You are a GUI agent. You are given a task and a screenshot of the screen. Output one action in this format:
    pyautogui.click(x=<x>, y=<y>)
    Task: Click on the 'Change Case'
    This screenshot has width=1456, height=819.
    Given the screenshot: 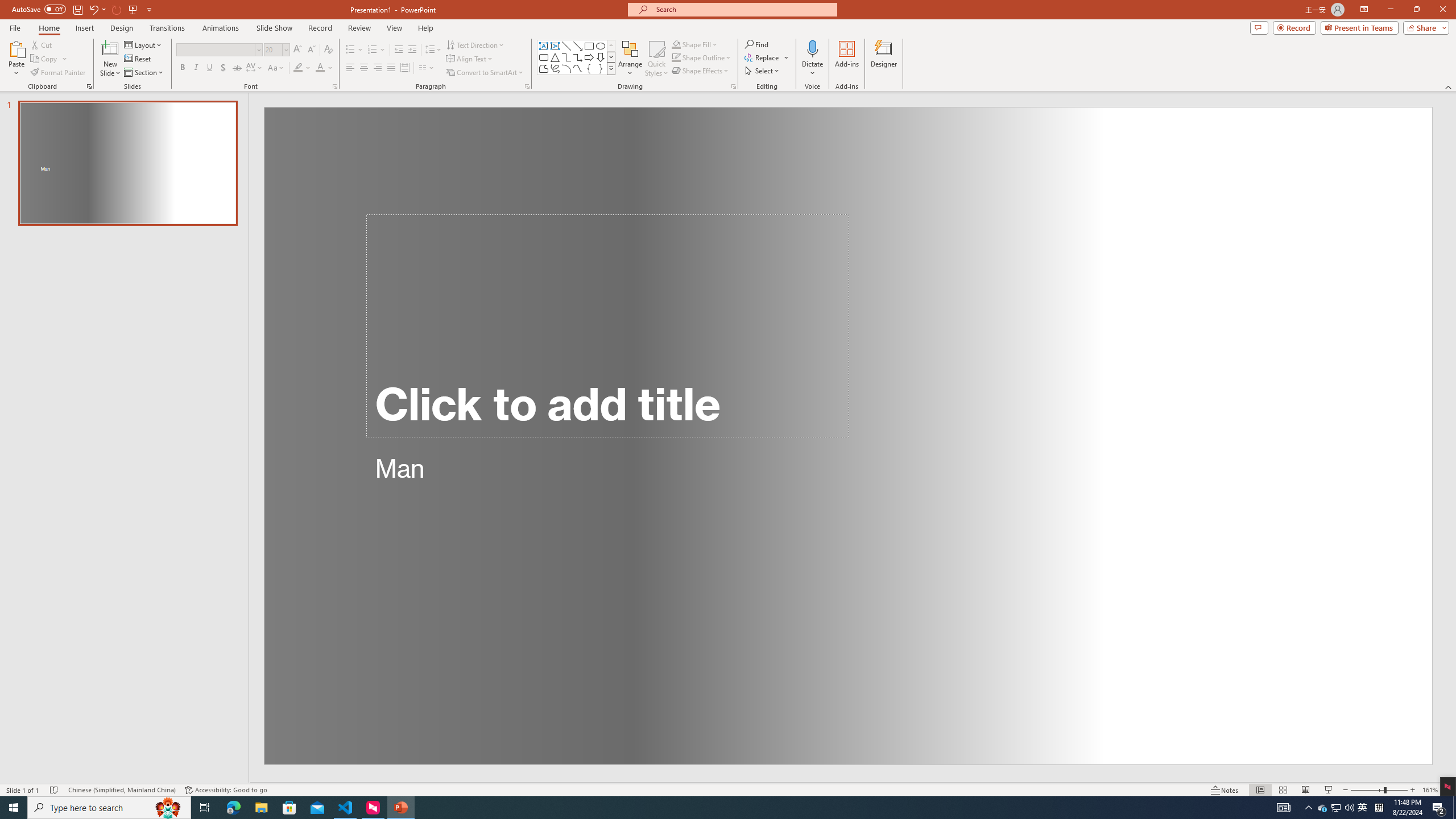 What is the action you would take?
    pyautogui.click(x=276, y=67)
    